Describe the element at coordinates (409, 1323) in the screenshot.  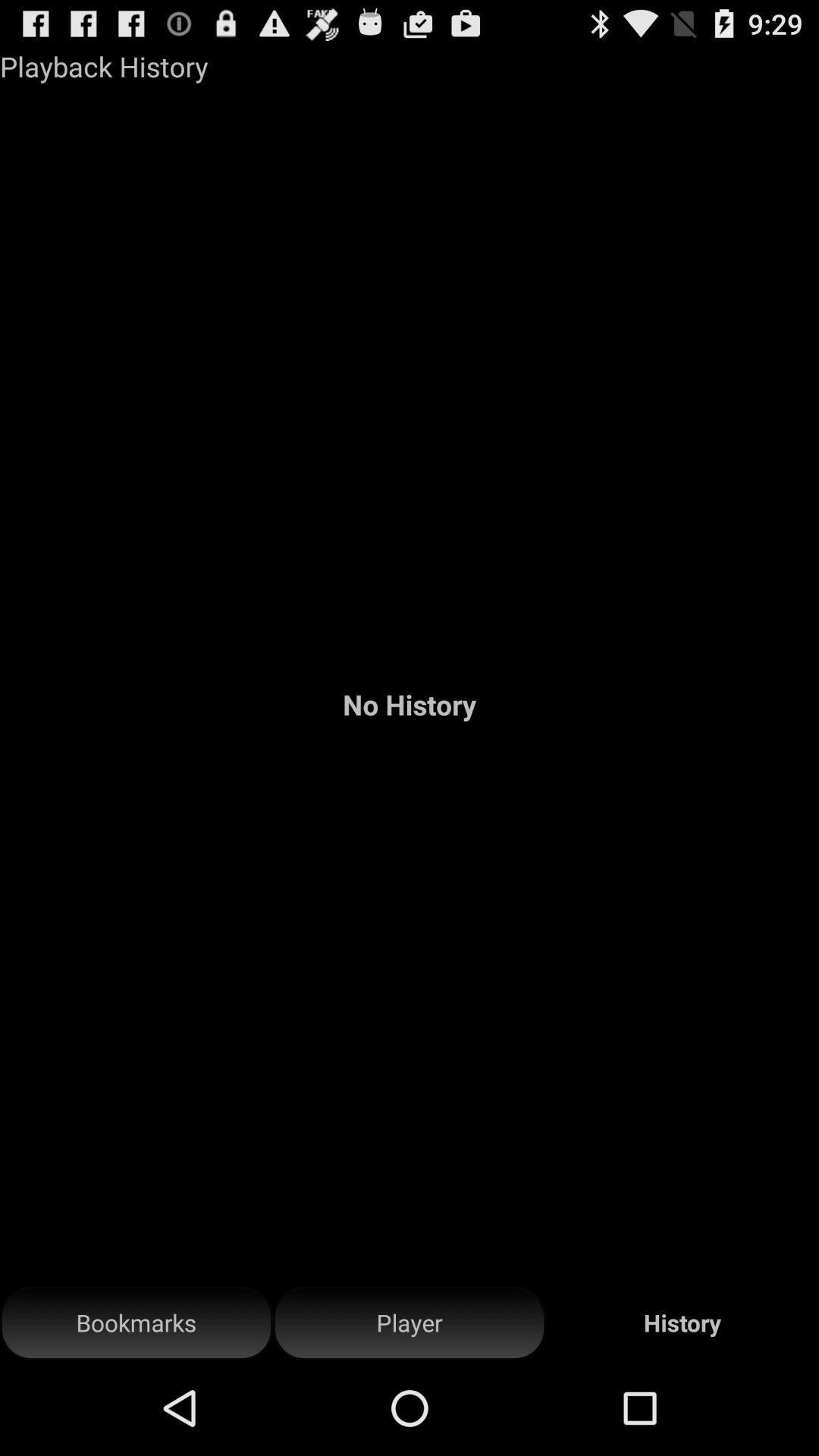
I see `the player icon` at that location.